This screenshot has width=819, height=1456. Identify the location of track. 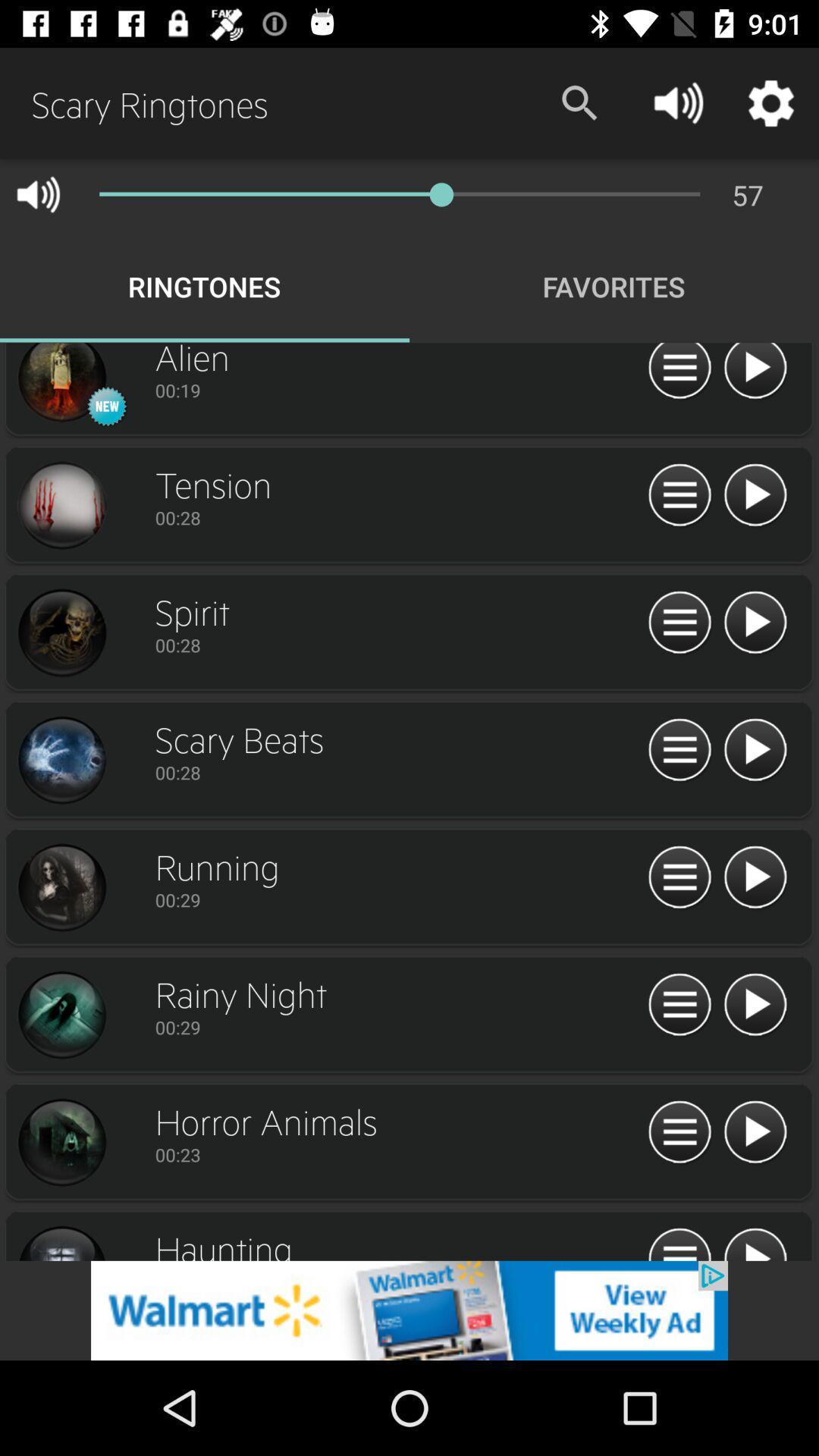
(61, 506).